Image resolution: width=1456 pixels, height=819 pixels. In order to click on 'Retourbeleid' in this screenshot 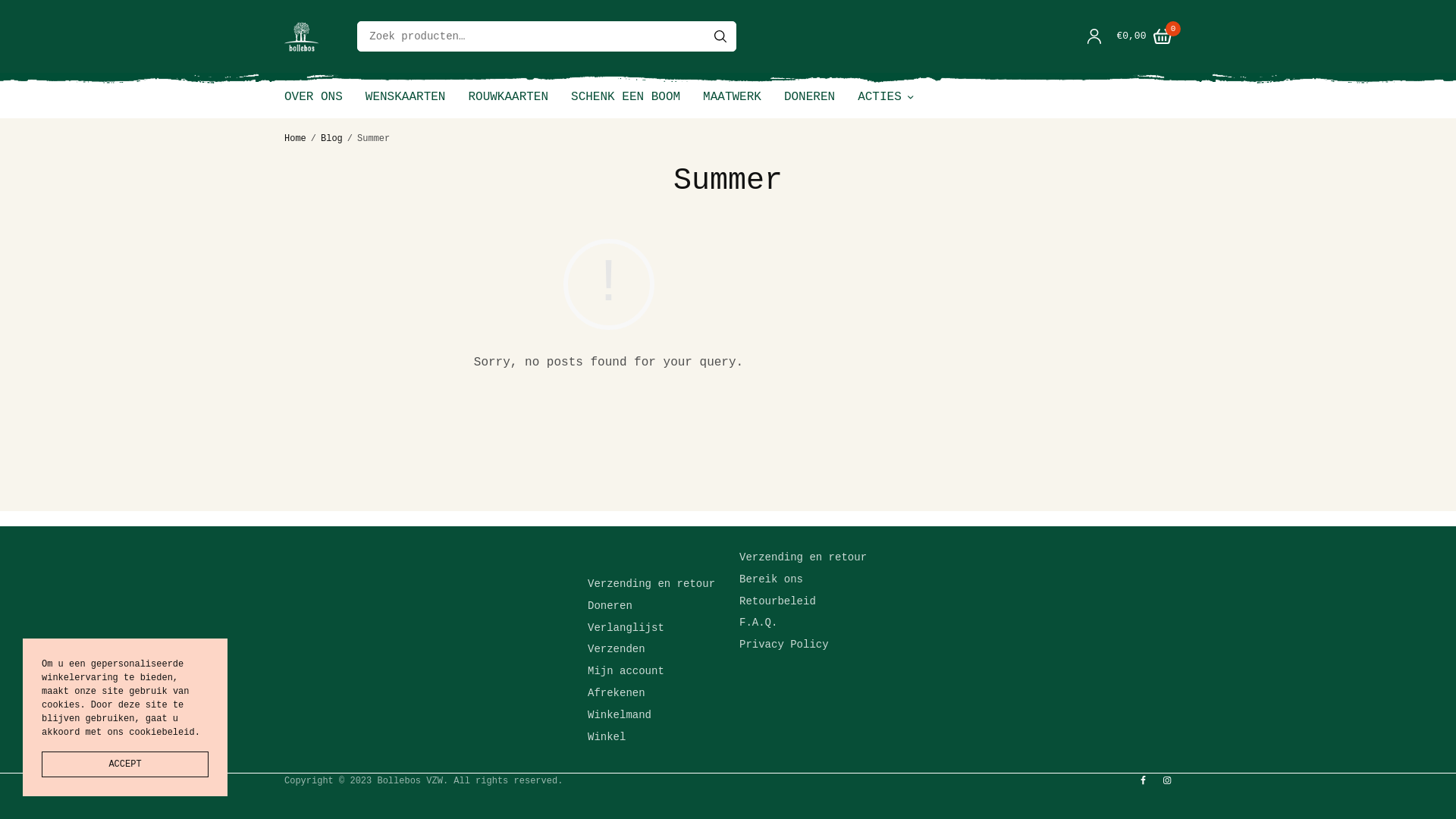, I will do `click(739, 601)`.